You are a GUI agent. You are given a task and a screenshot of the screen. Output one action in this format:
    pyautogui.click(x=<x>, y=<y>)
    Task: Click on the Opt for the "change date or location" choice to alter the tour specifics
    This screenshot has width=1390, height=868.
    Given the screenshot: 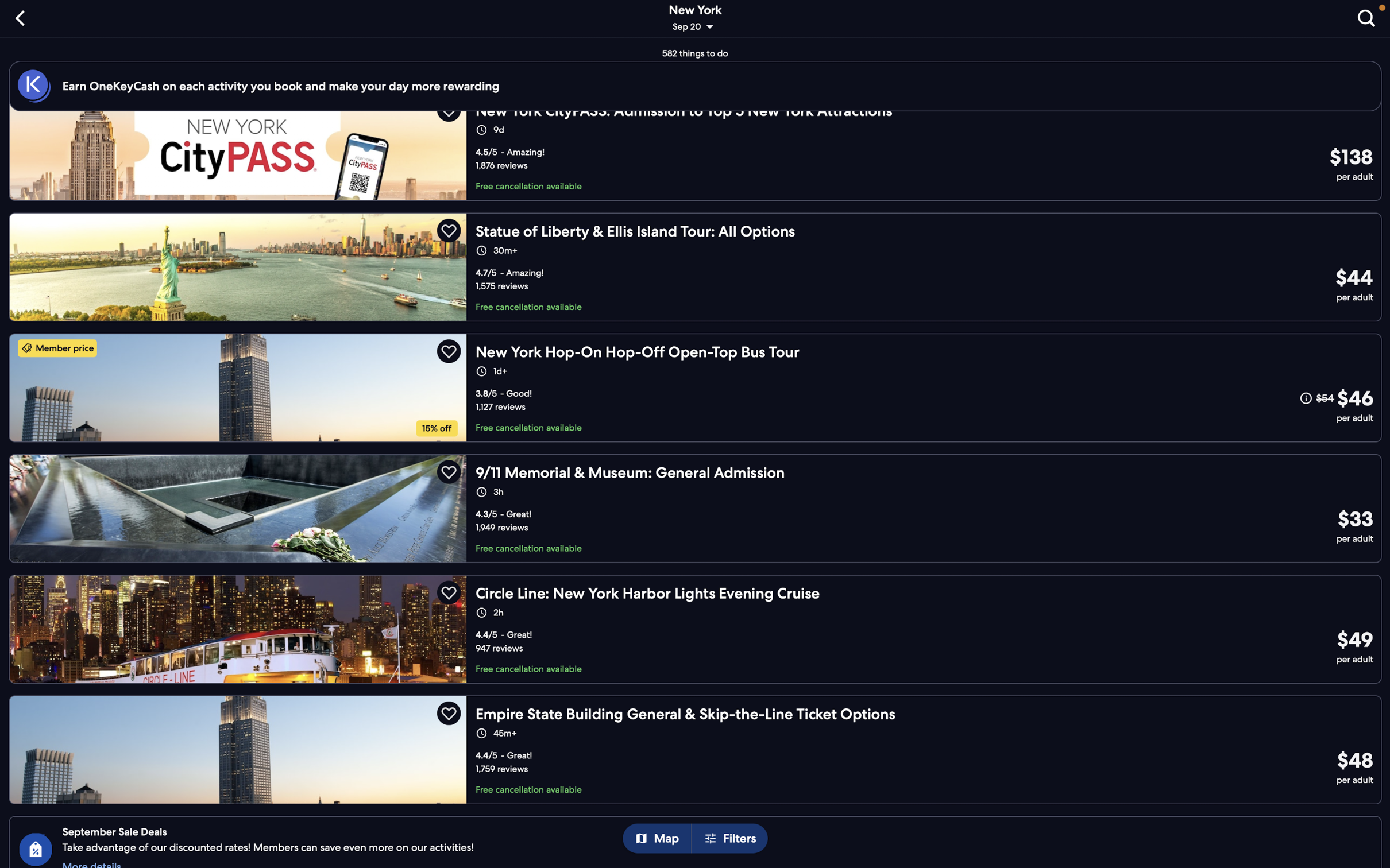 What is the action you would take?
    pyautogui.click(x=696, y=20)
    